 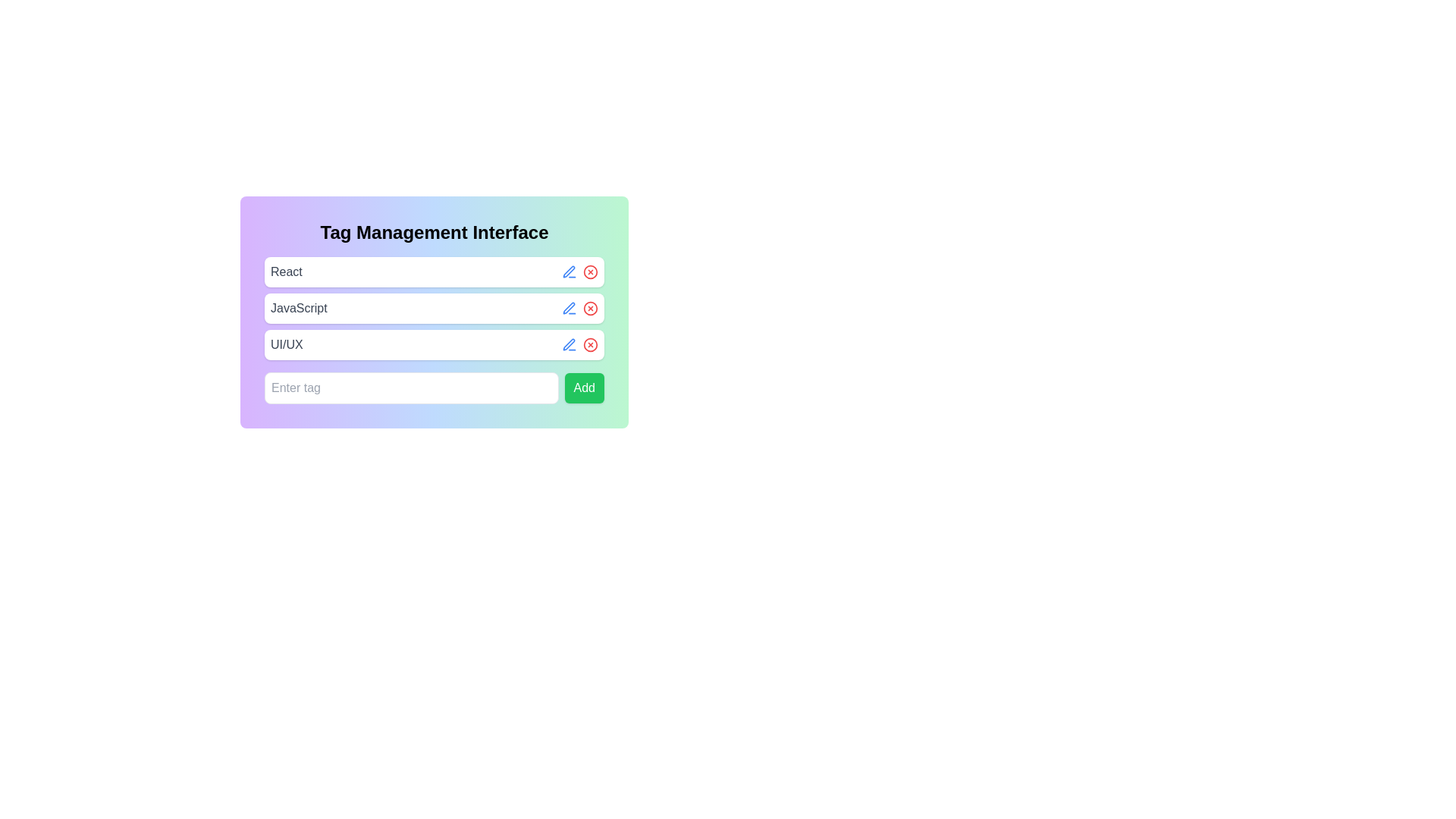 I want to click on the gray 'JavaScript' text label, so click(x=299, y=308).